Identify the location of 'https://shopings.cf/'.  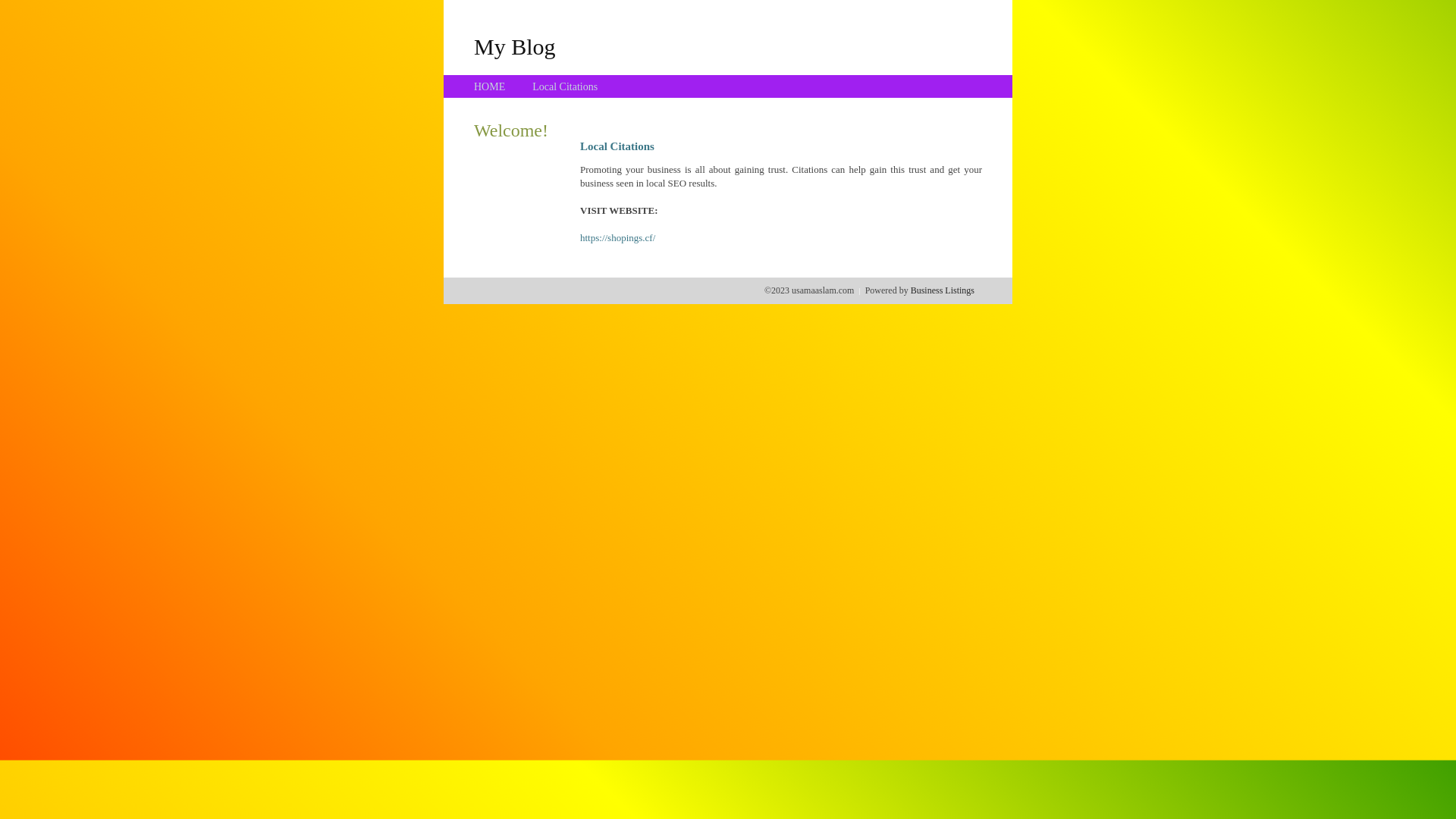
(617, 237).